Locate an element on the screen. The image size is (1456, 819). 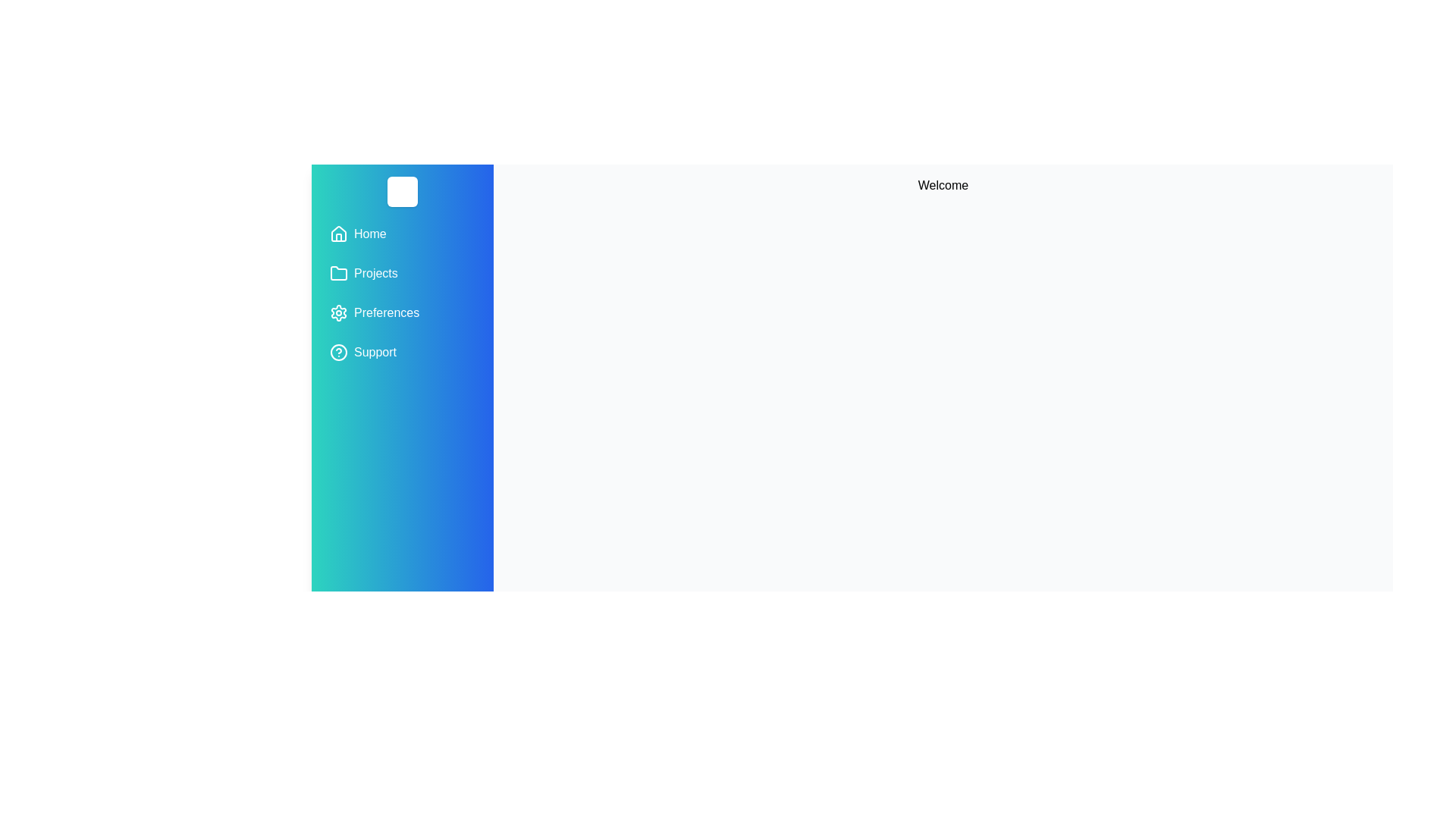
the menu item Home from the drawer is located at coordinates (403, 234).